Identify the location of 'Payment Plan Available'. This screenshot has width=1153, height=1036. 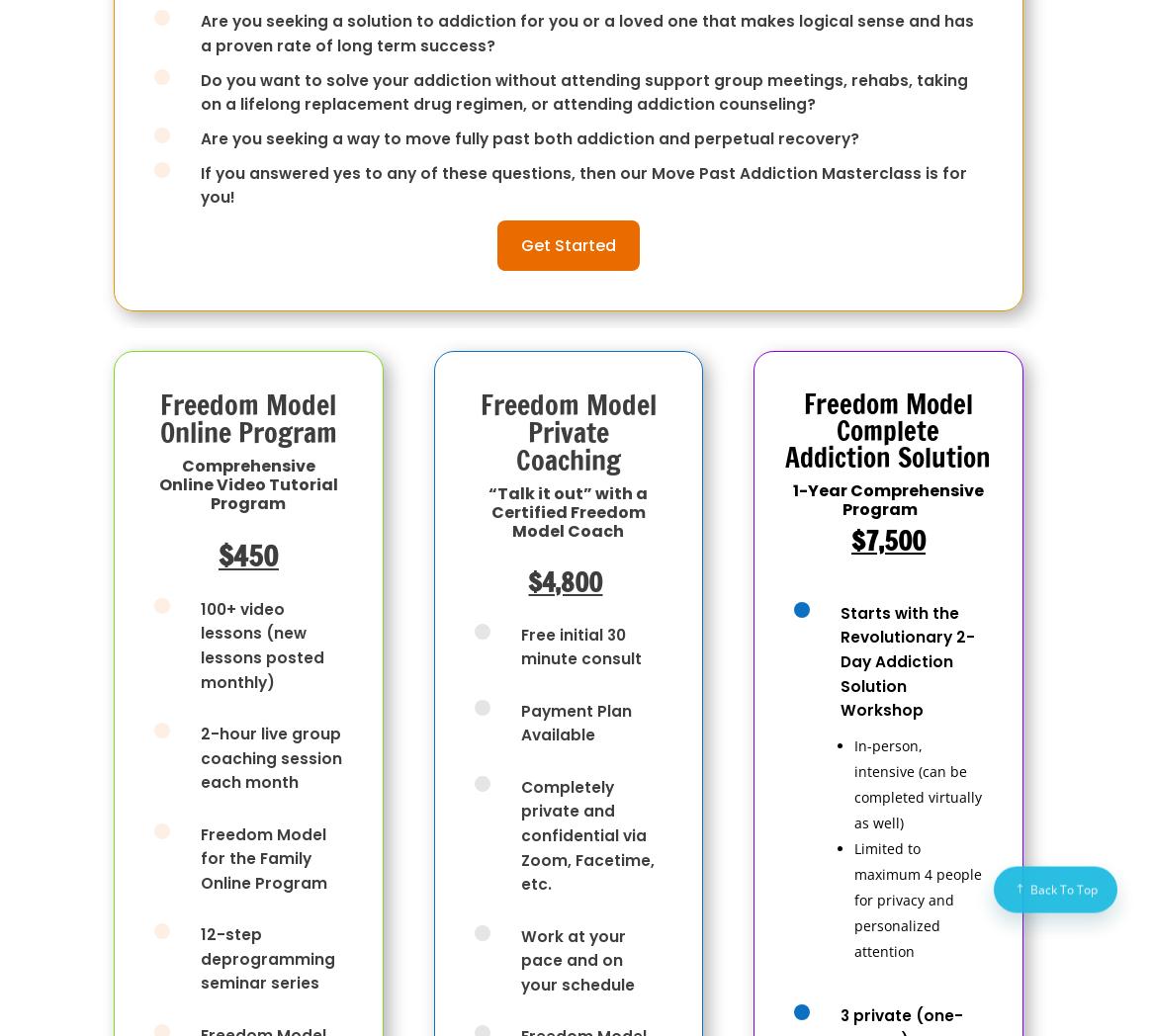
(574, 721).